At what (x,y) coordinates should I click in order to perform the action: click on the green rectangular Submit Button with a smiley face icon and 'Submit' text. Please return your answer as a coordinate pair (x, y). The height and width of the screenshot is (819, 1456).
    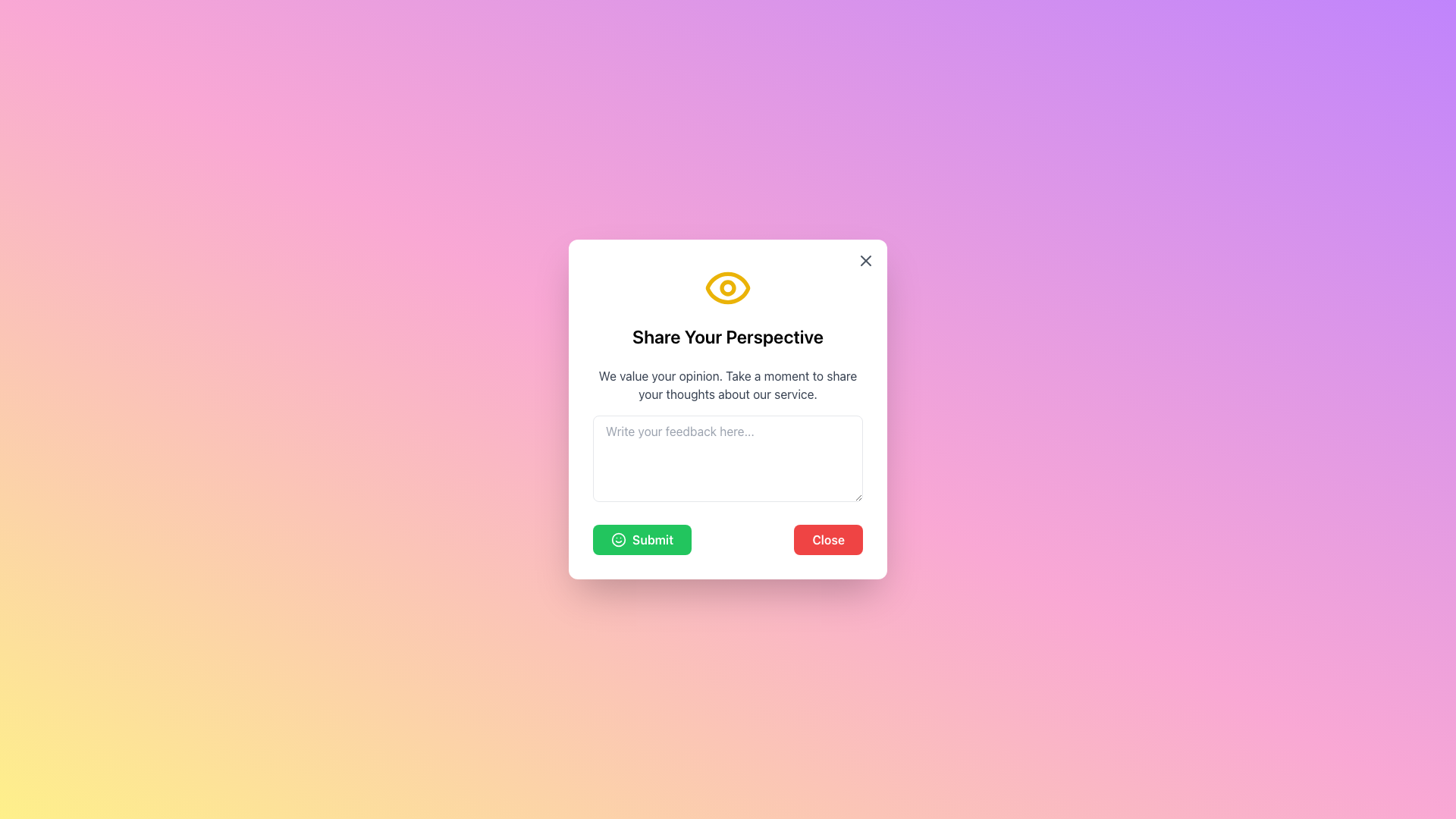
    Looking at the image, I should click on (637, 543).